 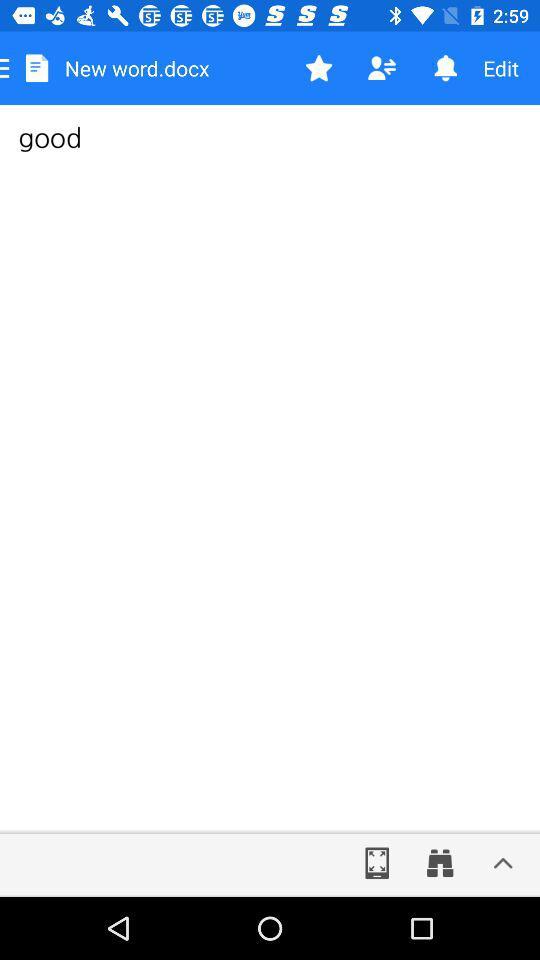 What do you see at coordinates (319, 68) in the screenshot?
I see `mark as favorite` at bounding box center [319, 68].